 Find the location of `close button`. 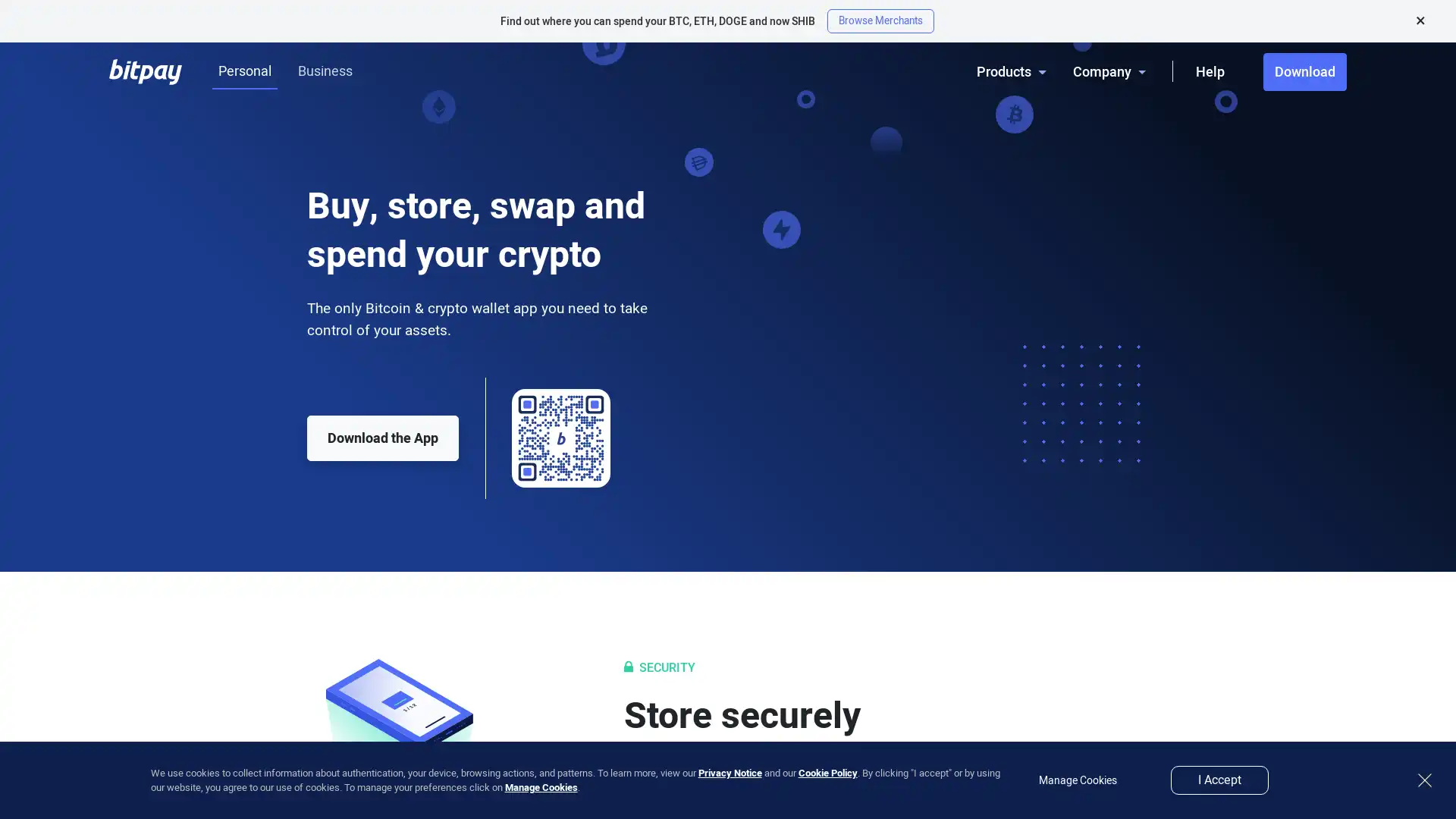

close button is located at coordinates (1423, 780).